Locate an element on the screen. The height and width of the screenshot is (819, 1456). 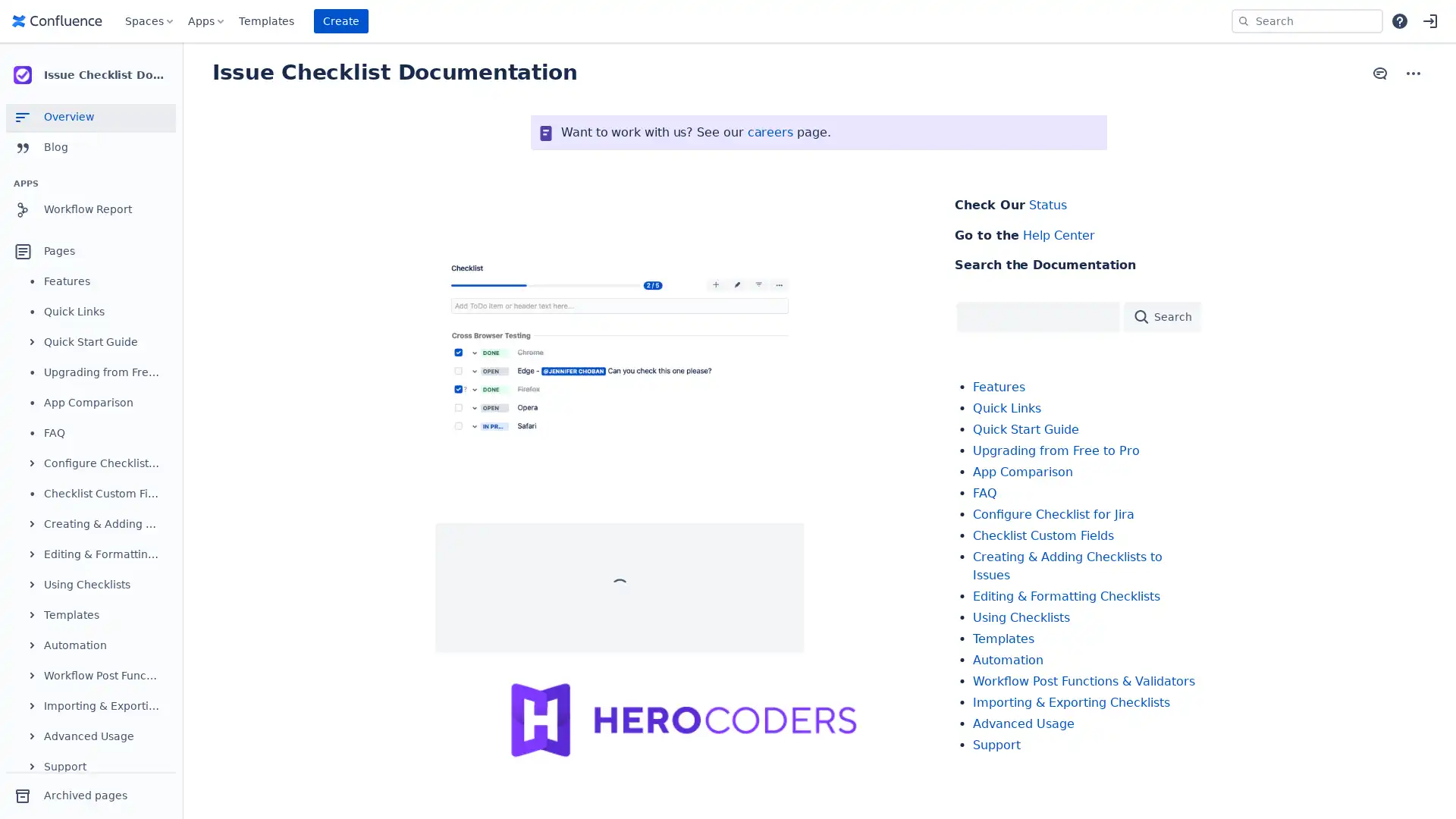
search icon Search is located at coordinates (1160, 315).